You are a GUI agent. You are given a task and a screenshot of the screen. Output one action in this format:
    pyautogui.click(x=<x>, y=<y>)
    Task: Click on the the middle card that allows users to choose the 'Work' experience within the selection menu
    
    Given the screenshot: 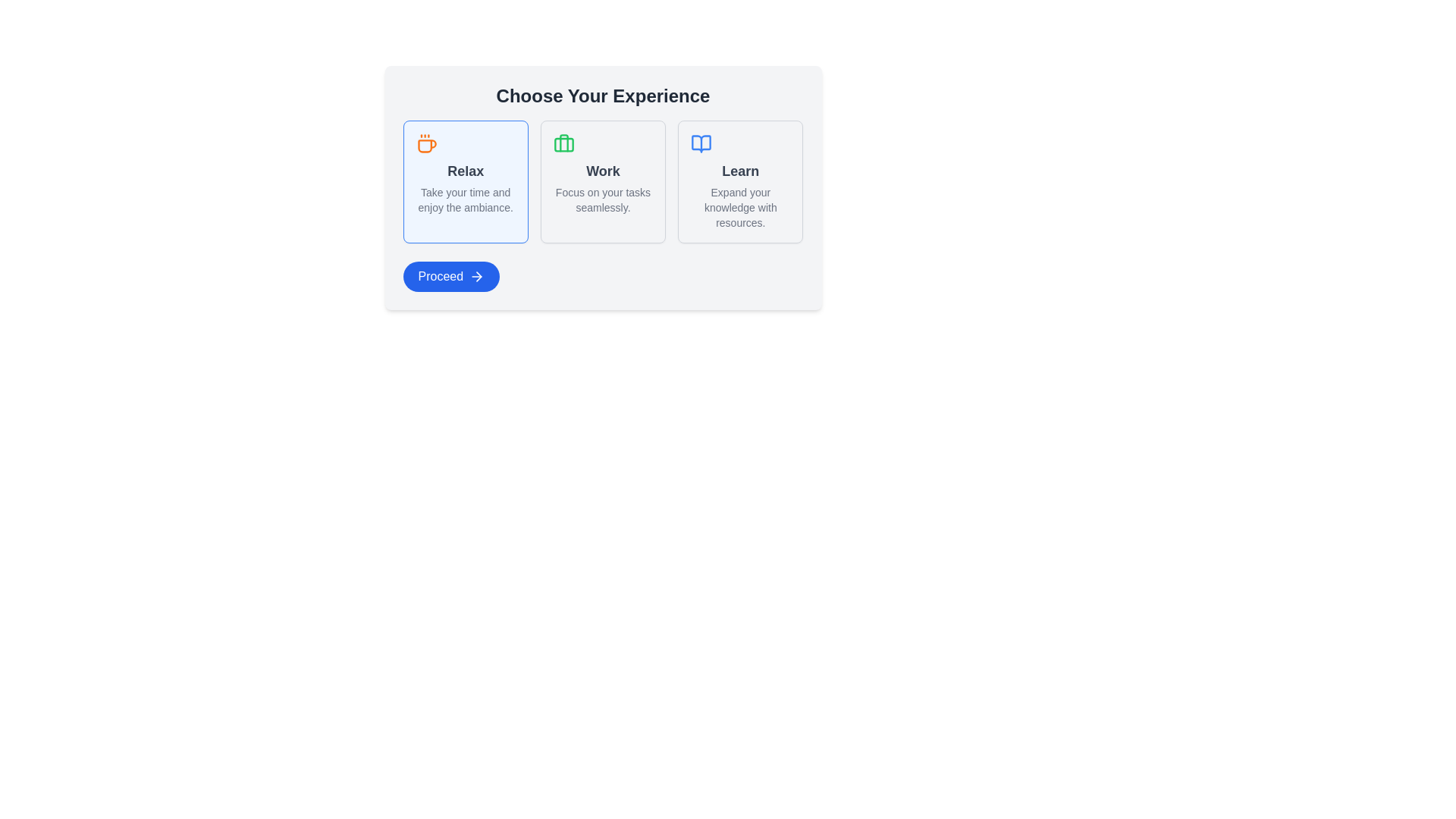 What is the action you would take?
    pyautogui.click(x=602, y=187)
    